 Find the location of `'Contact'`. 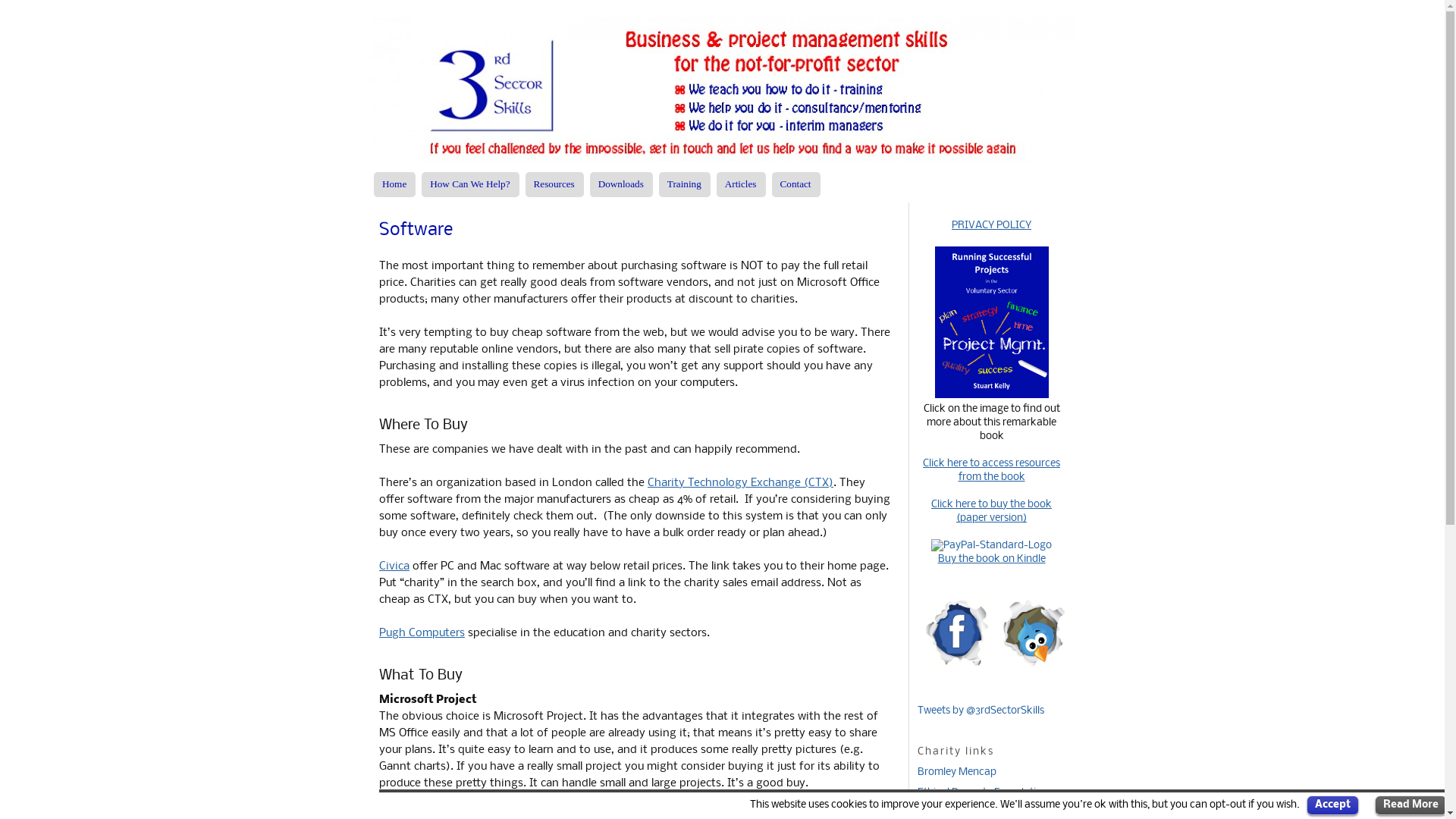

'Contact' is located at coordinates (795, 184).